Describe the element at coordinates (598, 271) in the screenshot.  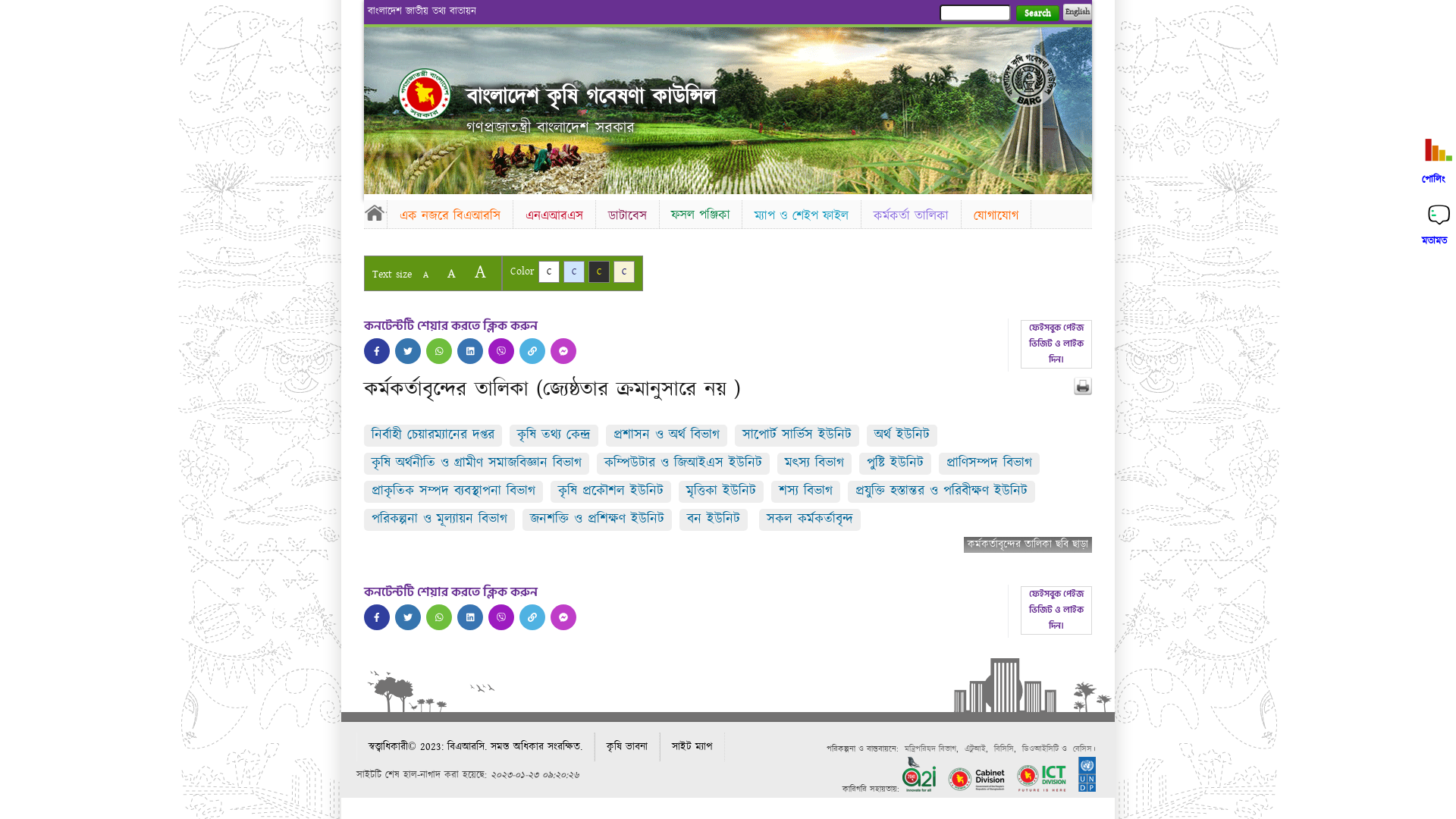
I see `'C'` at that location.